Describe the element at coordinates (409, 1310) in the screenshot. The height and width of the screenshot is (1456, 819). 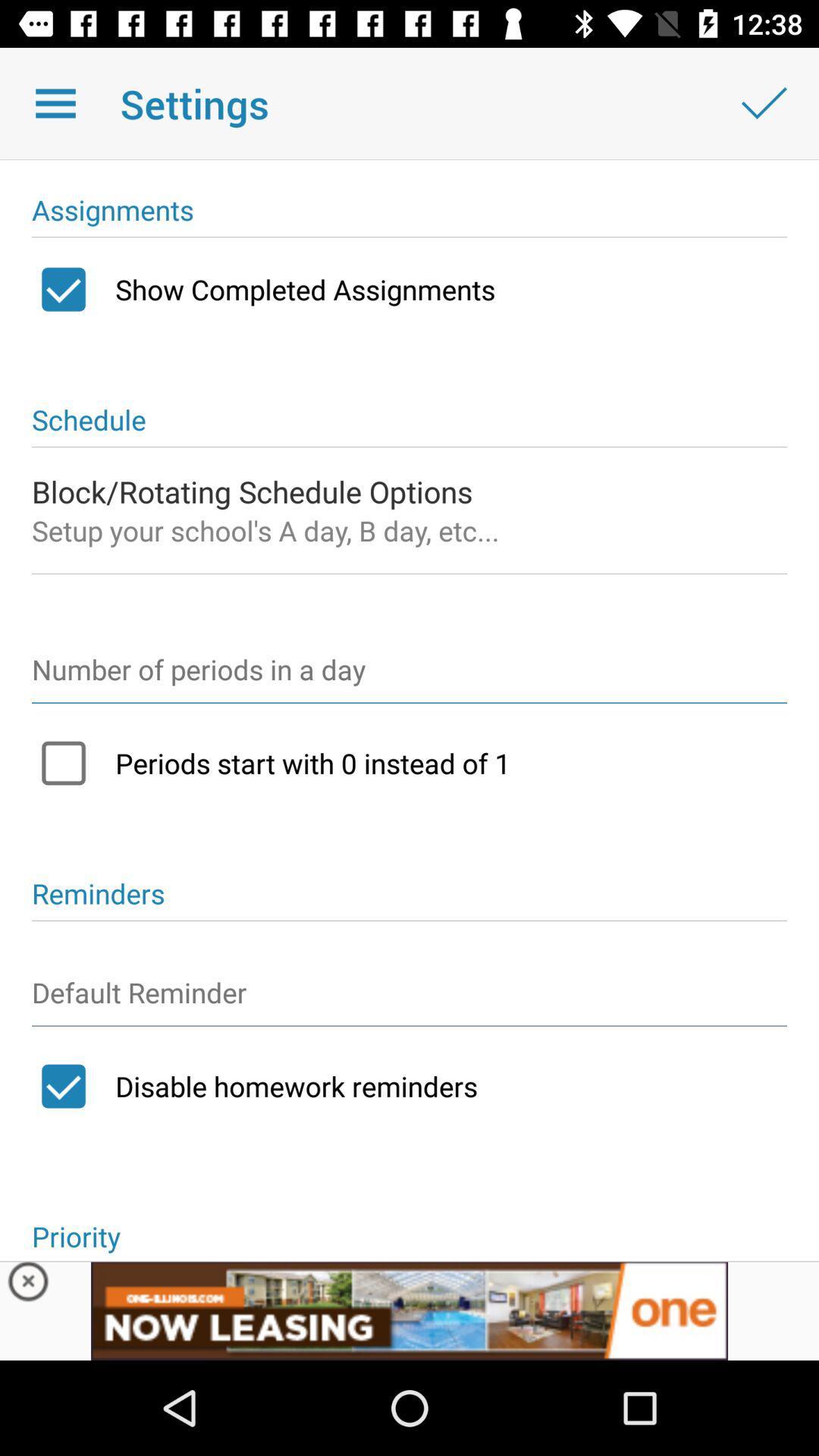
I see `advertisement` at that location.